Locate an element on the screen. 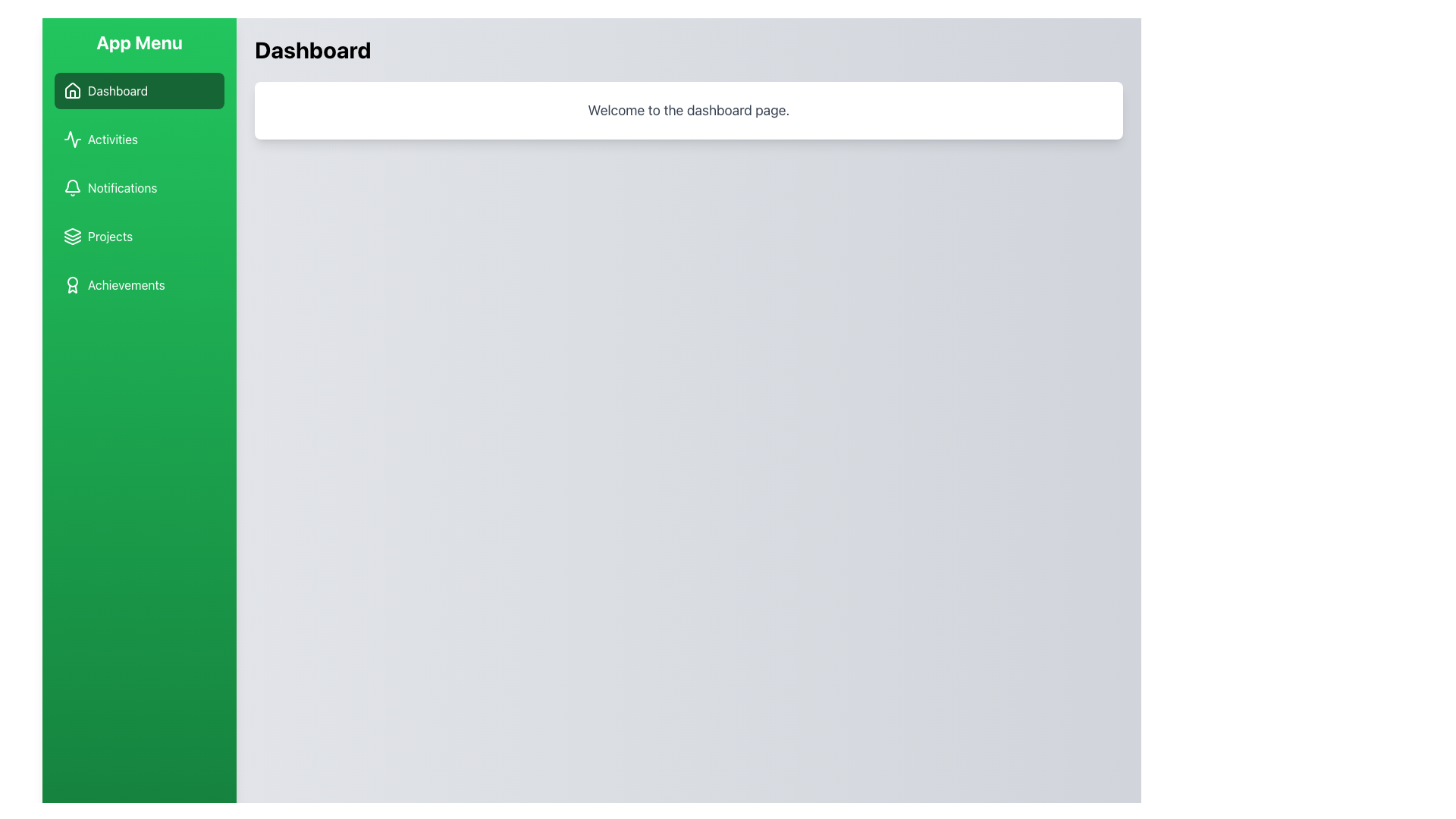  the welcoming message text display that indicates the user has arrived at the dashboard page, located centrally near the top of the main content area is located at coordinates (688, 110).